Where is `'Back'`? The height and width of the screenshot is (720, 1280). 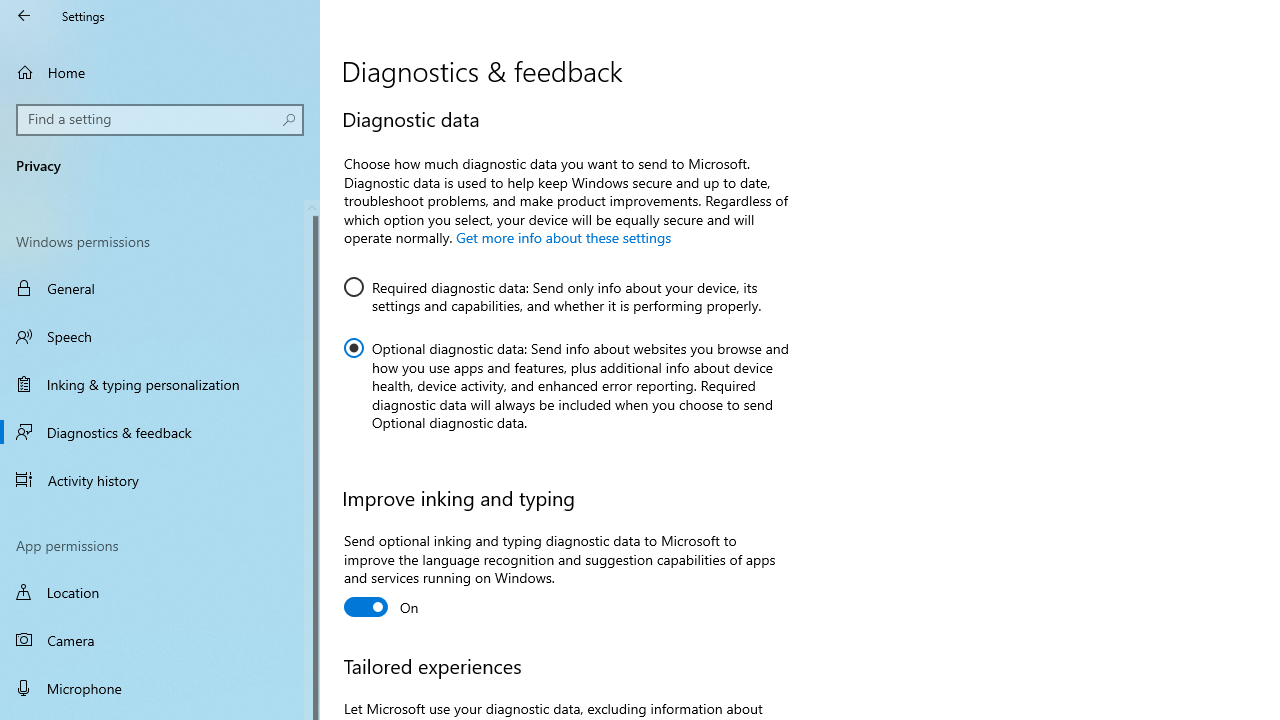
'Back' is located at coordinates (24, 15).